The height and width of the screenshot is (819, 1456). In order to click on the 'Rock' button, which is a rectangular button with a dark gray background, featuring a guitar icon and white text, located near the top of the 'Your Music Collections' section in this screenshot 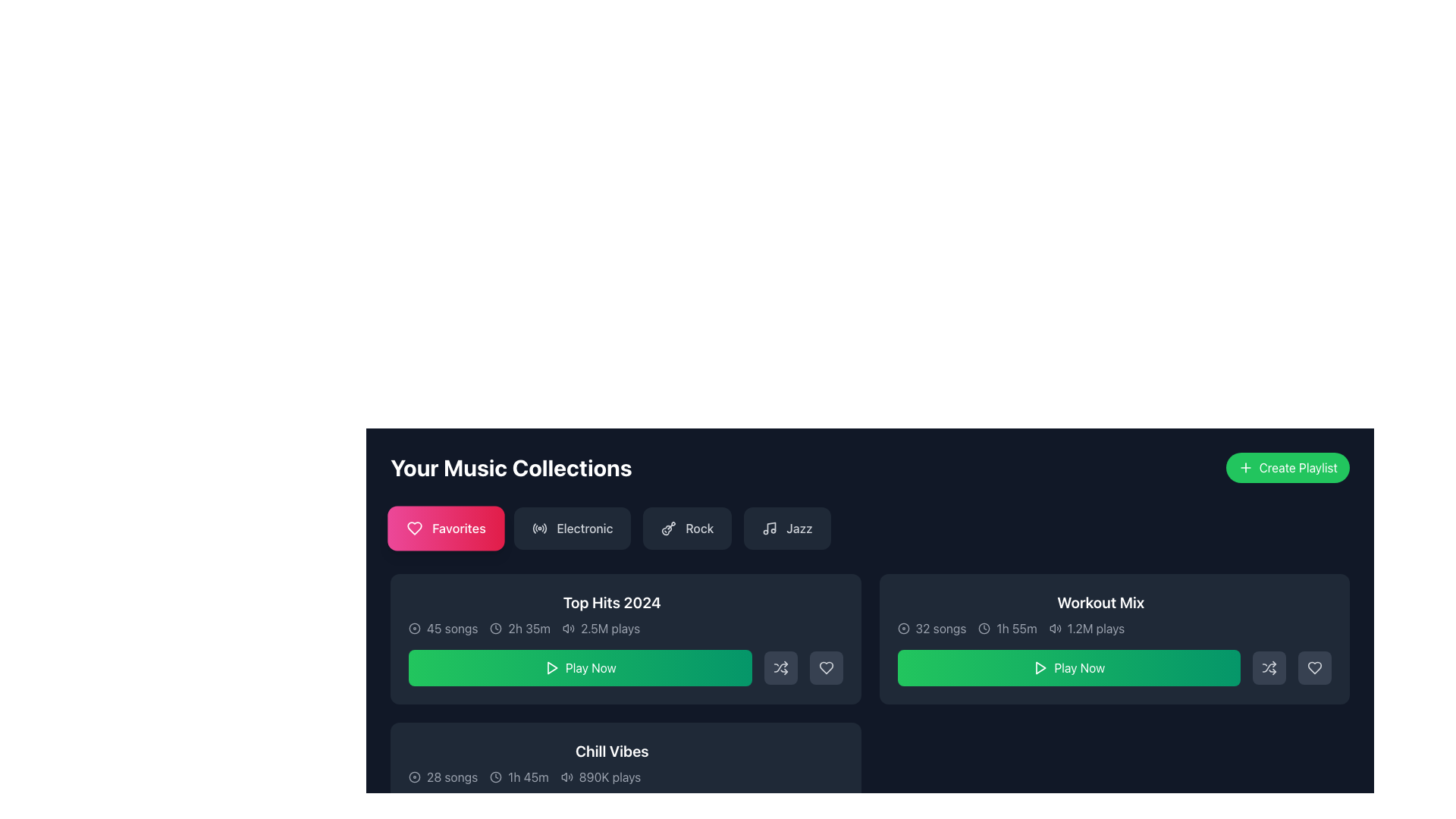, I will do `click(686, 528)`.